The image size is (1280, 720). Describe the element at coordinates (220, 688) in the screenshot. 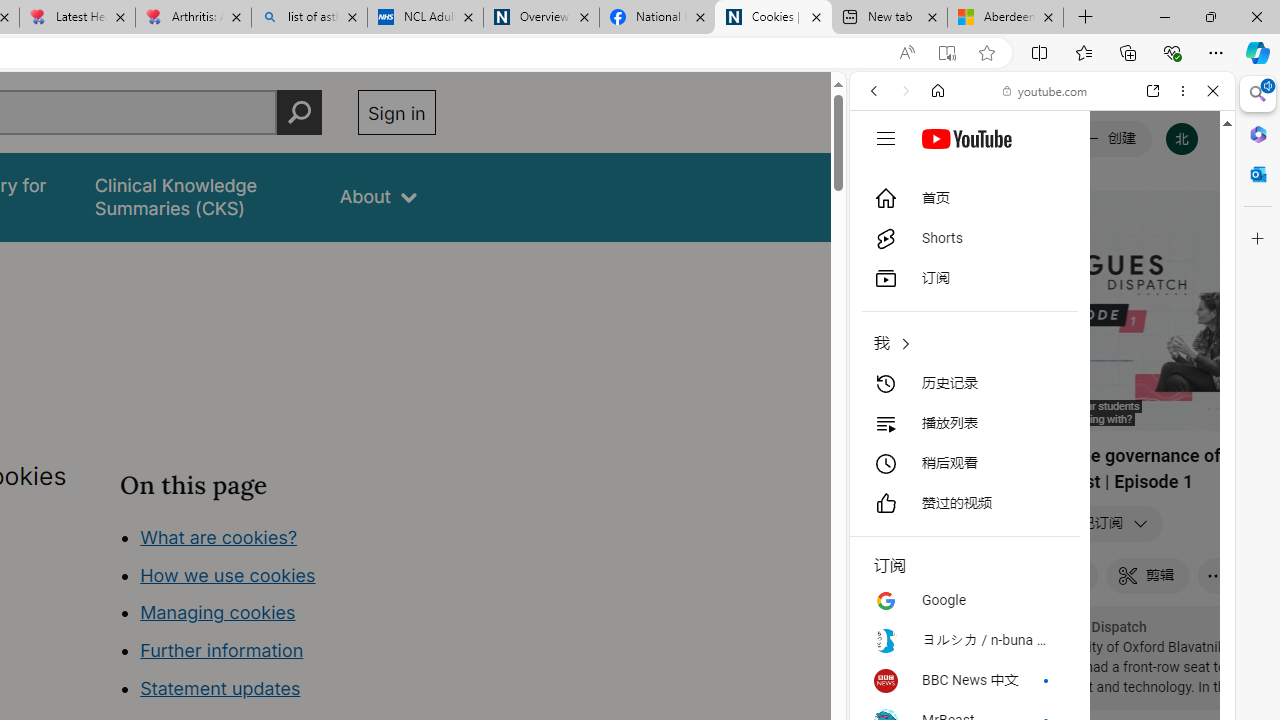

I see `'Statement updates'` at that location.